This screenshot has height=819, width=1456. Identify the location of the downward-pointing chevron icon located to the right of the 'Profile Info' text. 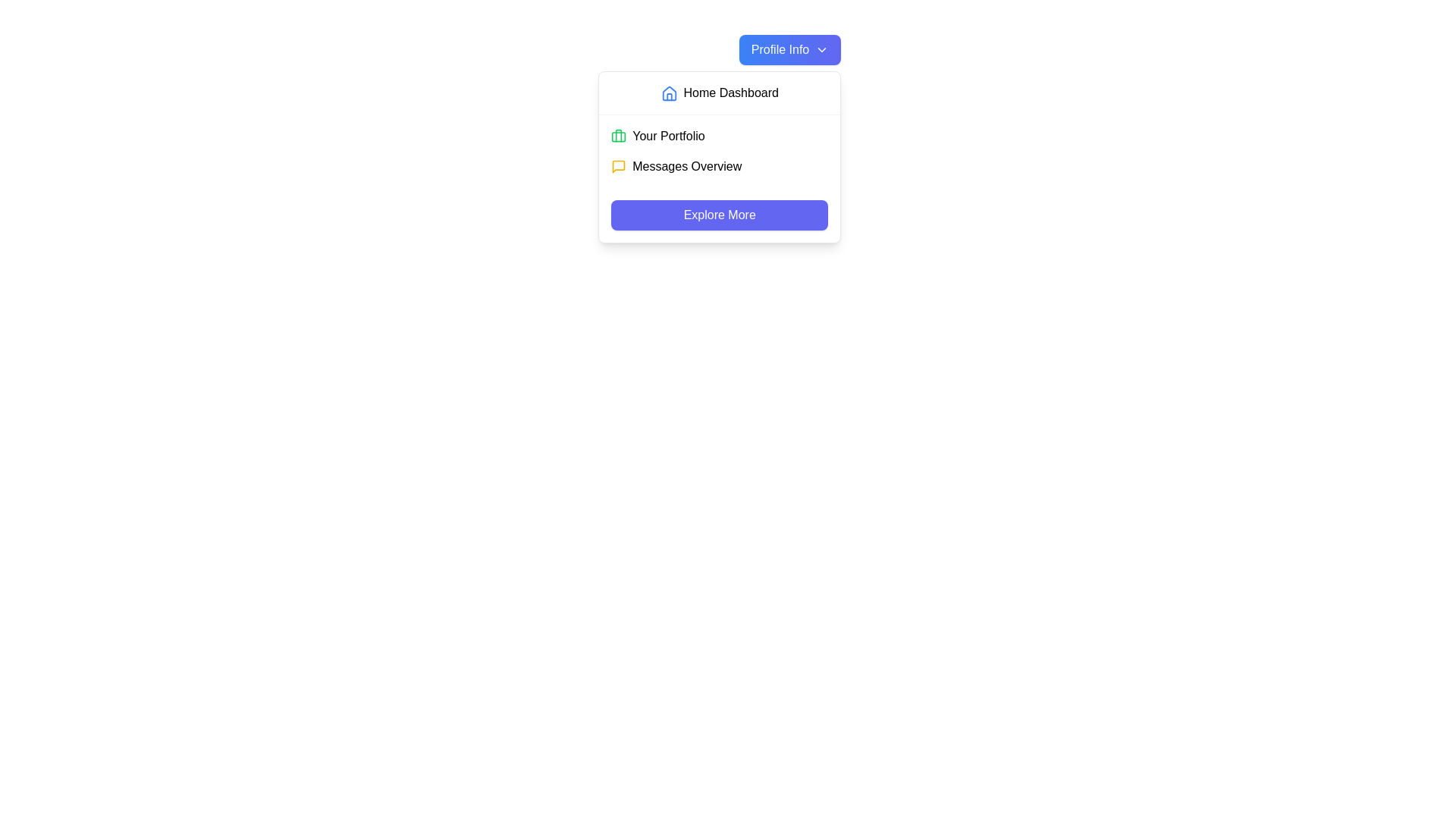
(821, 49).